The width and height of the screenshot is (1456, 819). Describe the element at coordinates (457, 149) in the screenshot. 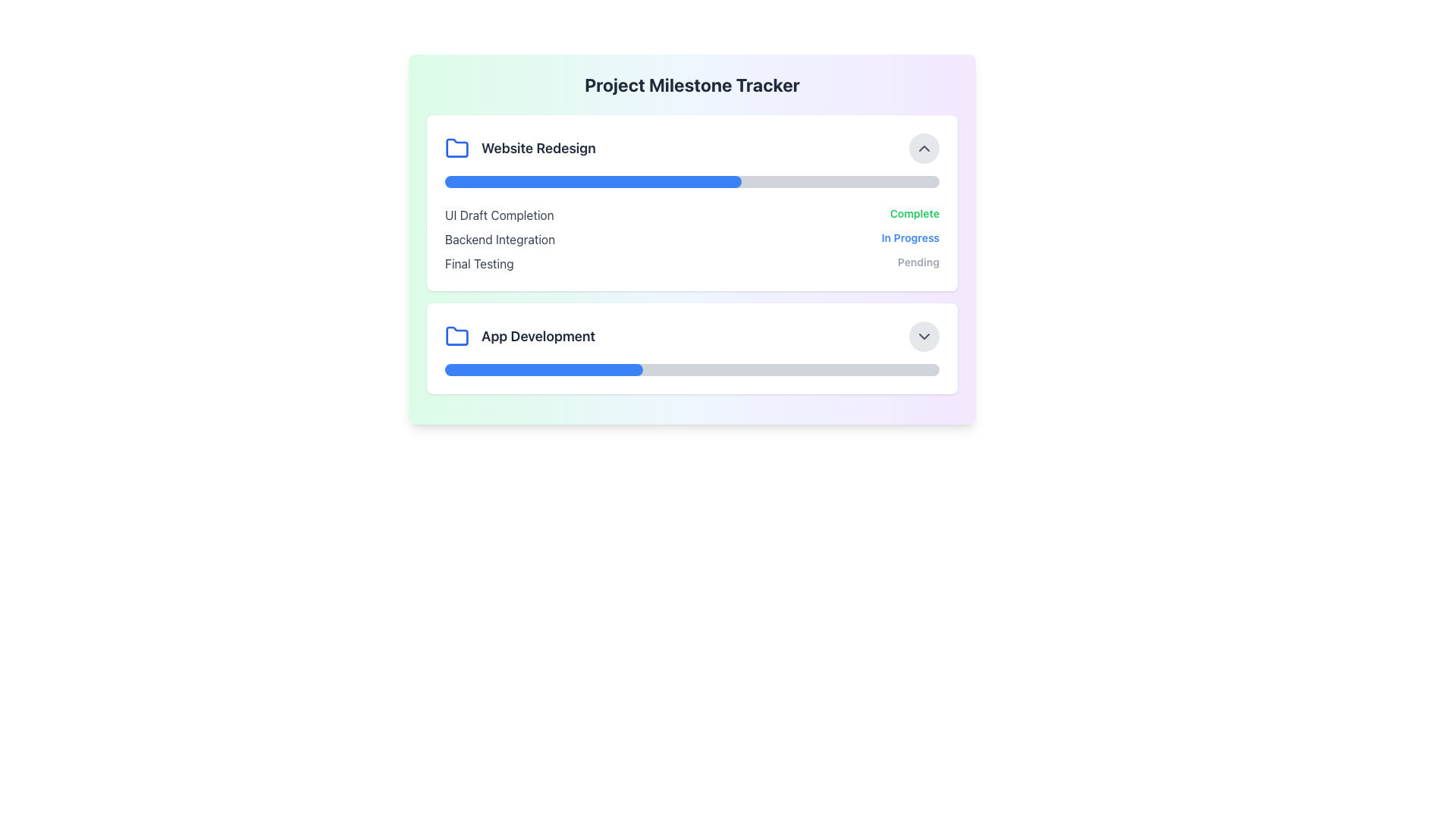

I see `the blue folder icon located to the far left of the 'Website Redesign' text label` at that location.